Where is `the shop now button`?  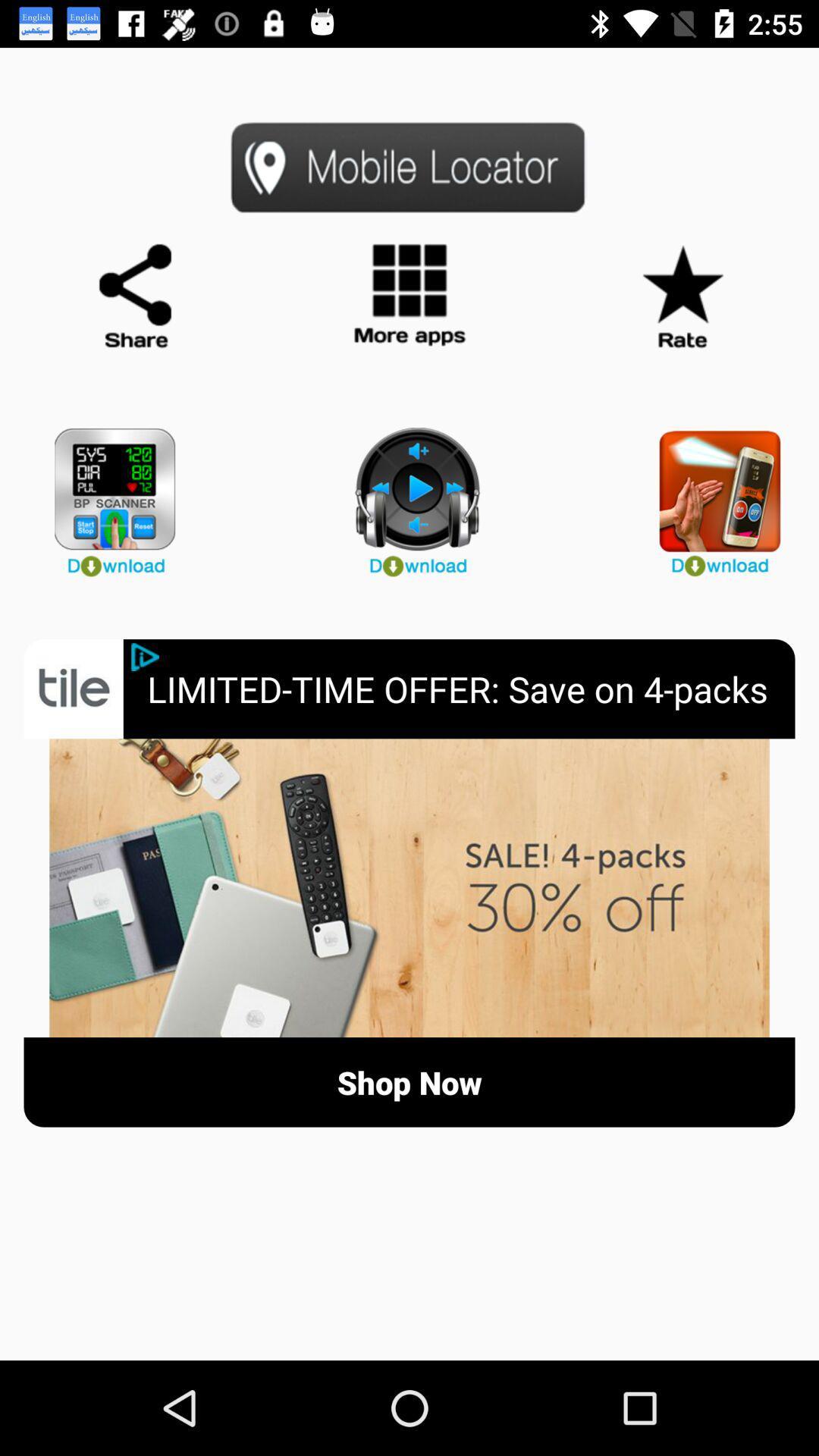 the shop now button is located at coordinates (409, 1081).